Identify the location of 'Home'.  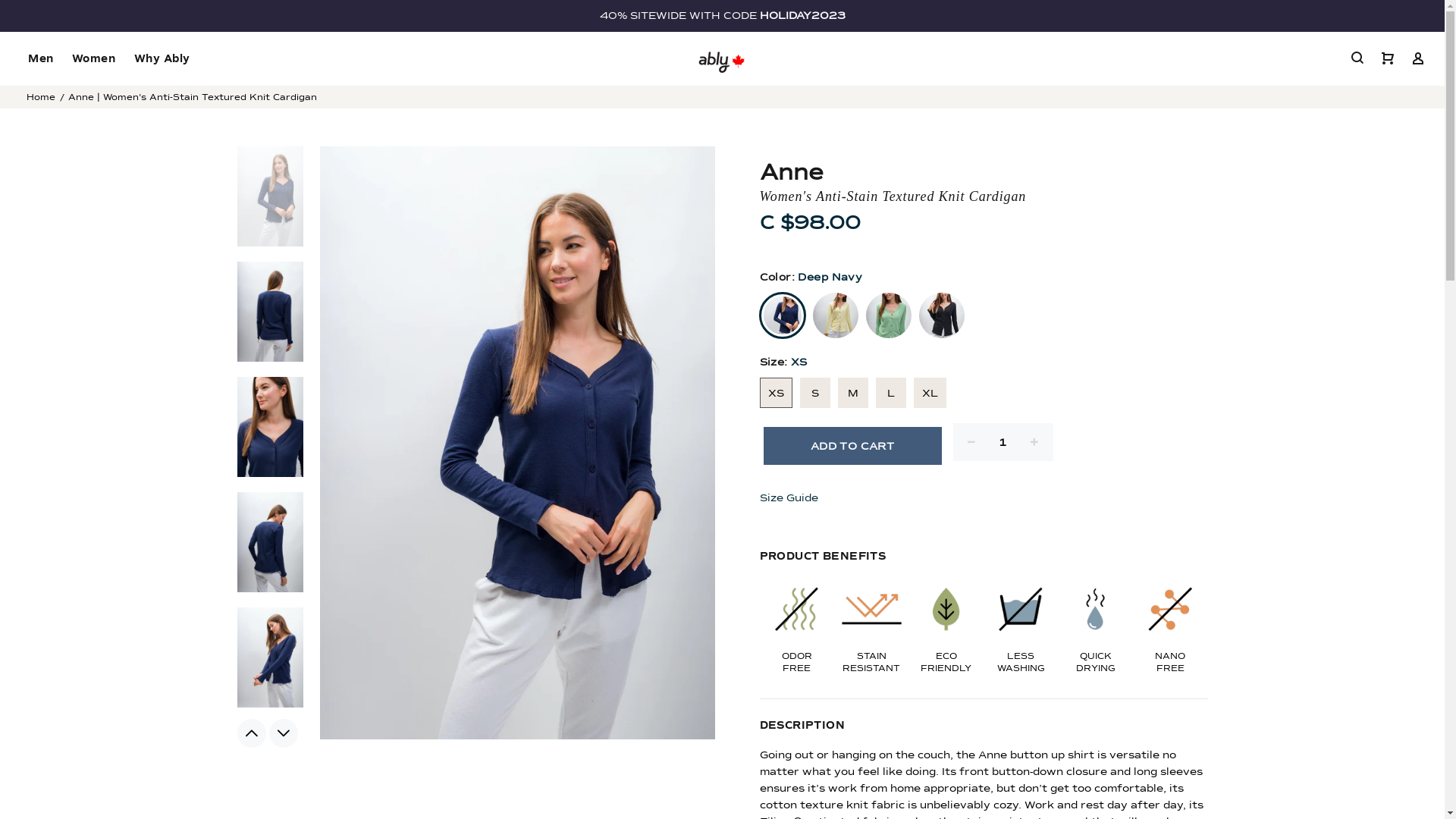
(40, 96).